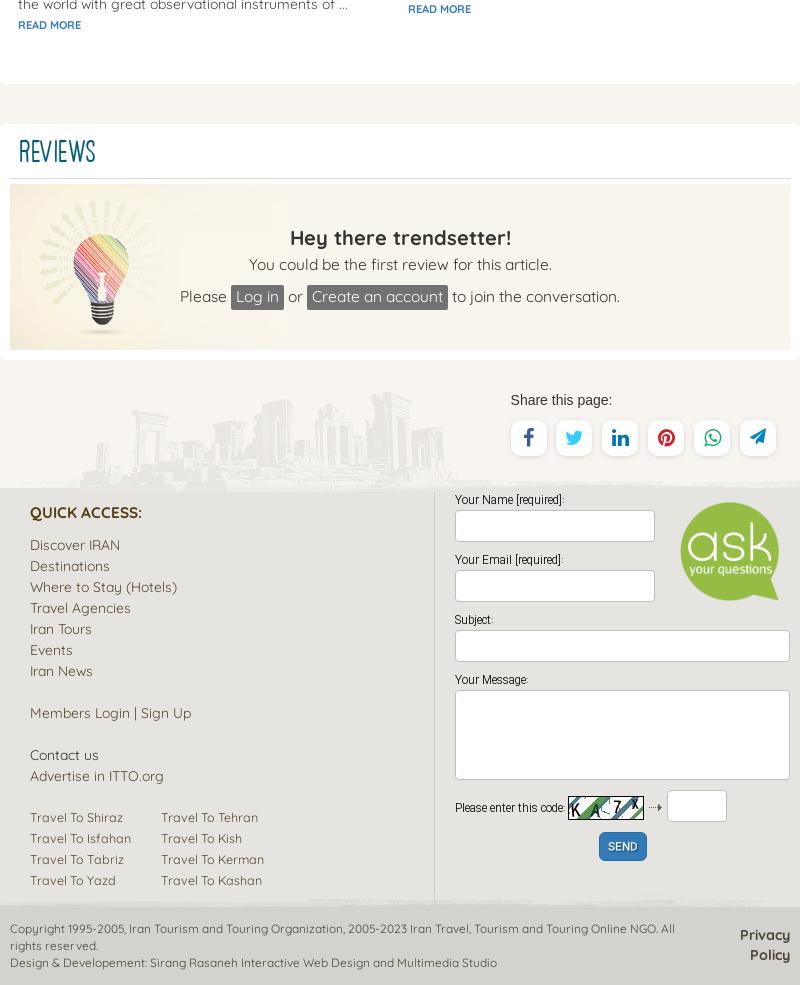  What do you see at coordinates (76, 814) in the screenshot?
I see `'Travel To Shiraz'` at bounding box center [76, 814].